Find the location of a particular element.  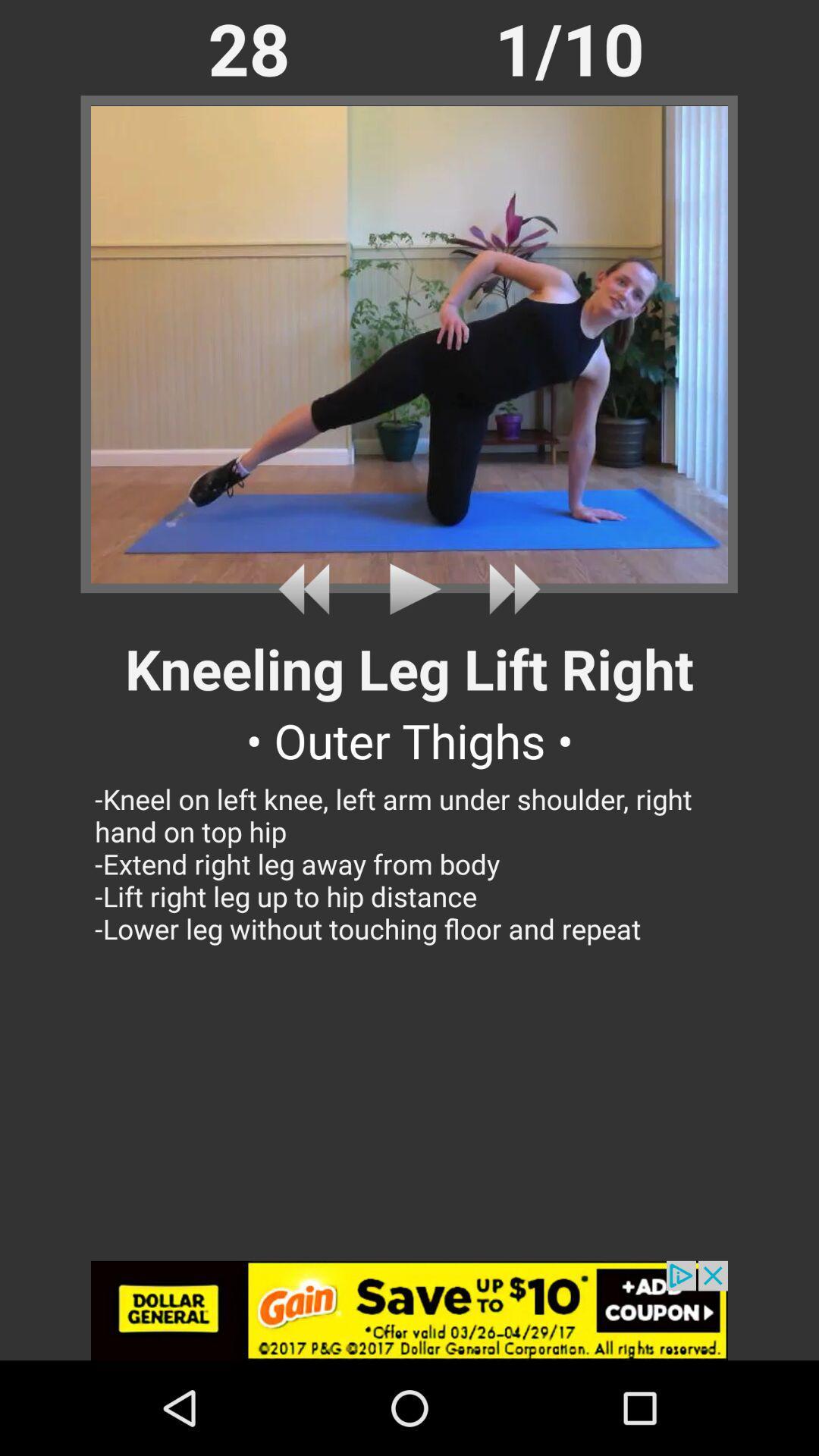

play is located at coordinates (509, 588).